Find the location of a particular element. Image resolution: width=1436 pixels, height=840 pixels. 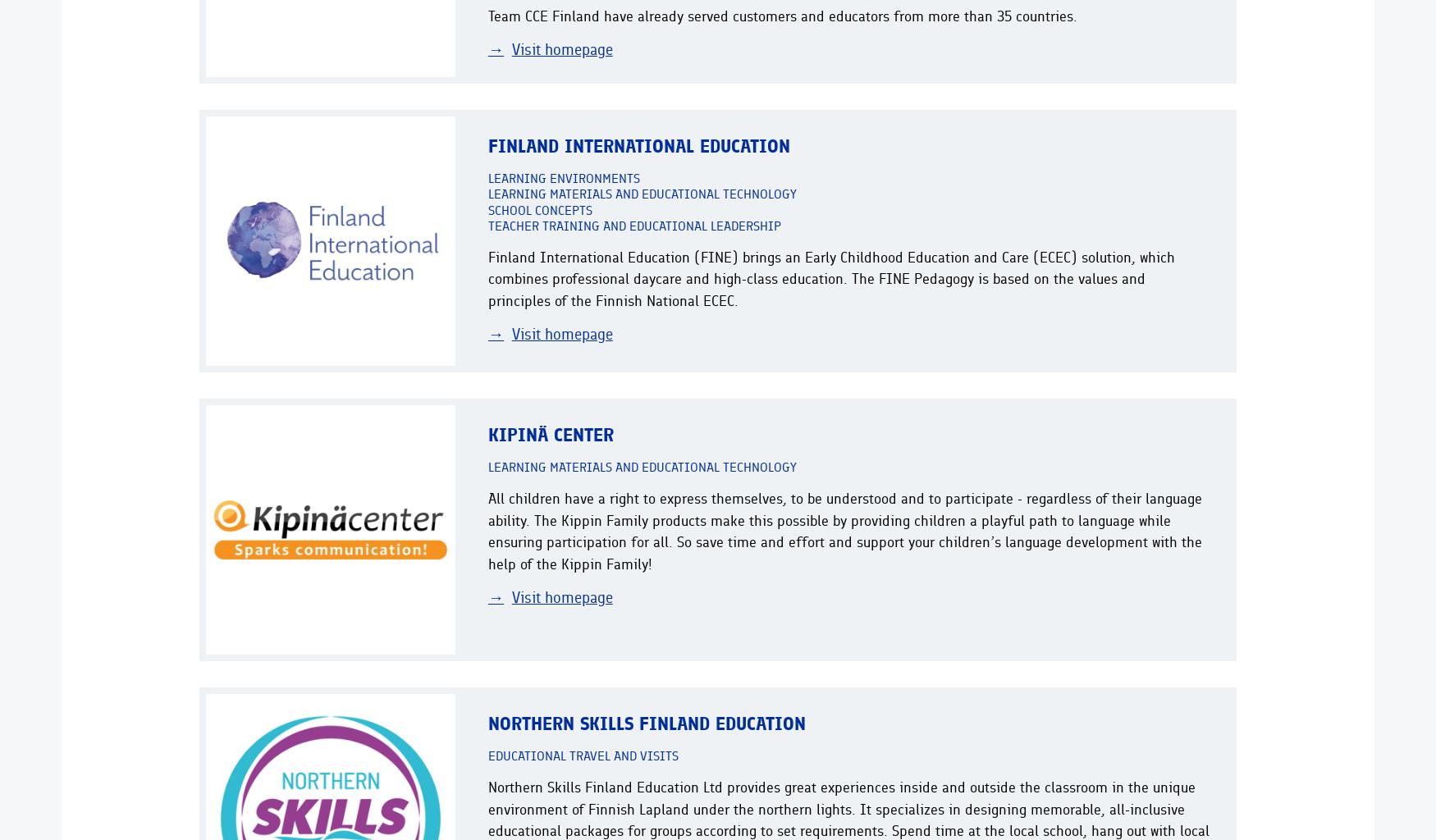

'School concepts' is located at coordinates (539, 208).